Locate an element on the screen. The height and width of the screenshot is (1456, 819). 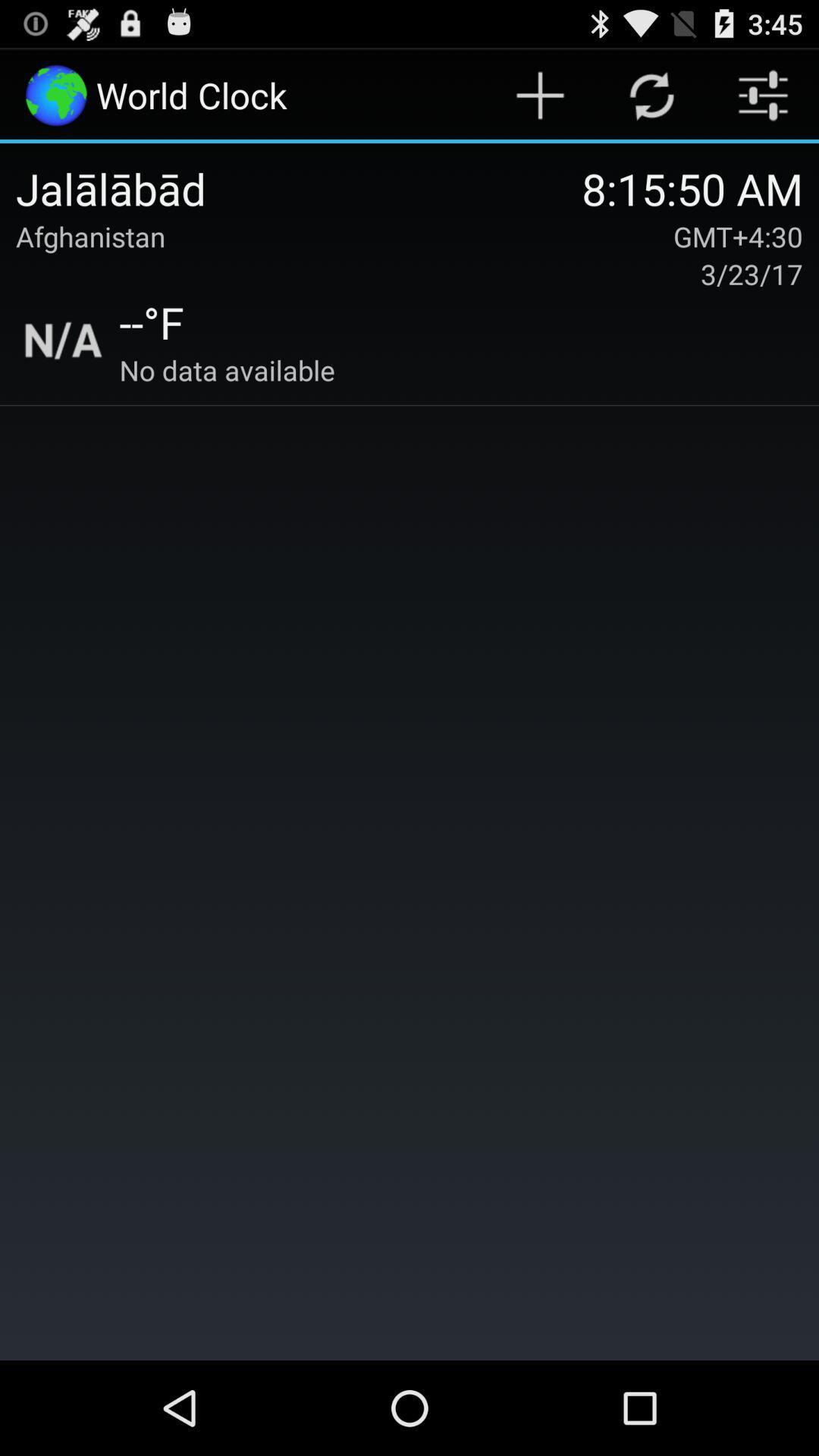
the no data available is located at coordinates (227, 370).